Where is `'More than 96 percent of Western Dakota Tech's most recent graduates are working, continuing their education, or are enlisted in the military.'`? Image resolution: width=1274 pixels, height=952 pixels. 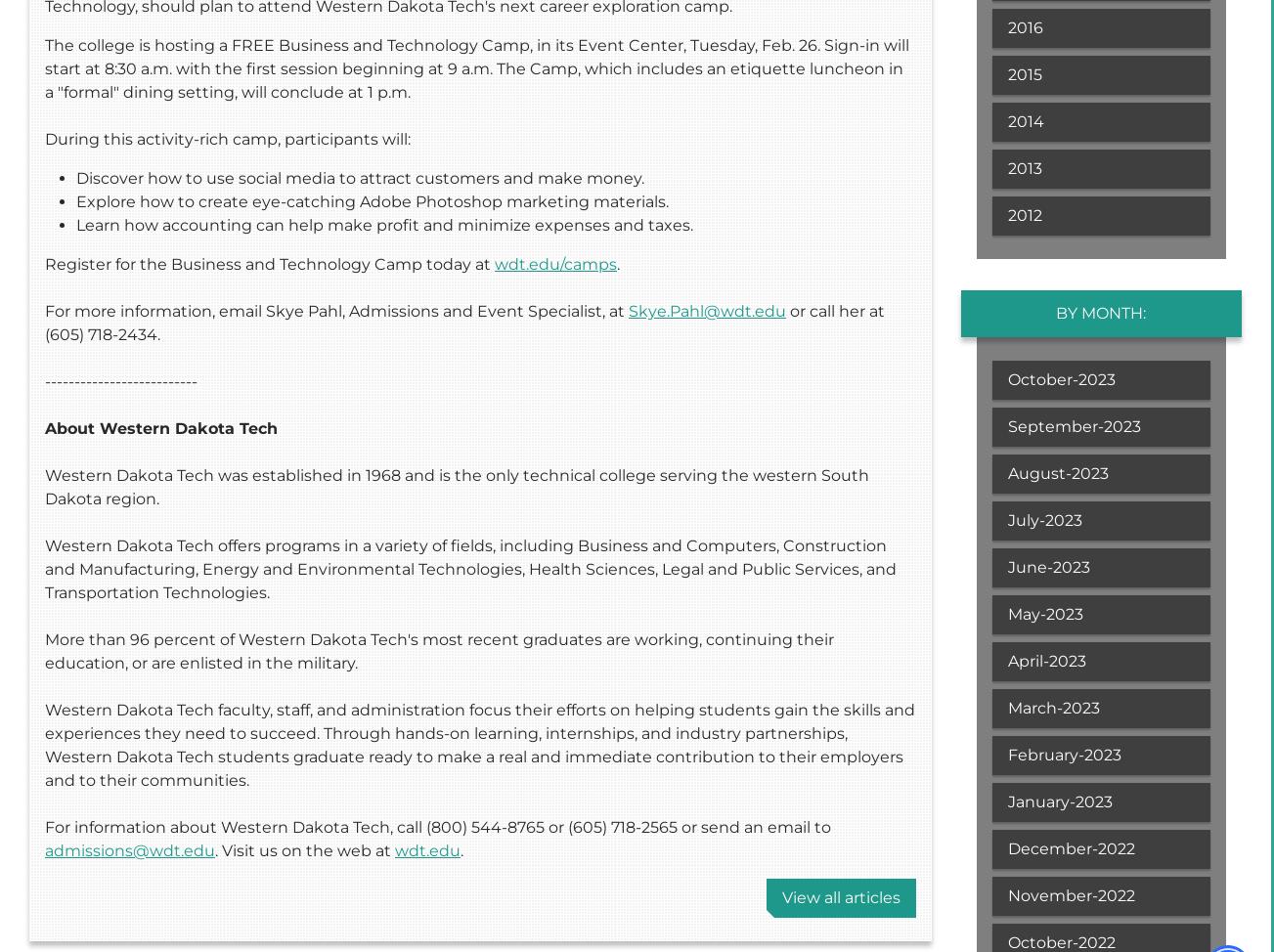 'More than 96 percent of Western Dakota Tech's most recent graduates are working, continuing their education, or are enlisted in the military.' is located at coordinates (439, 651).